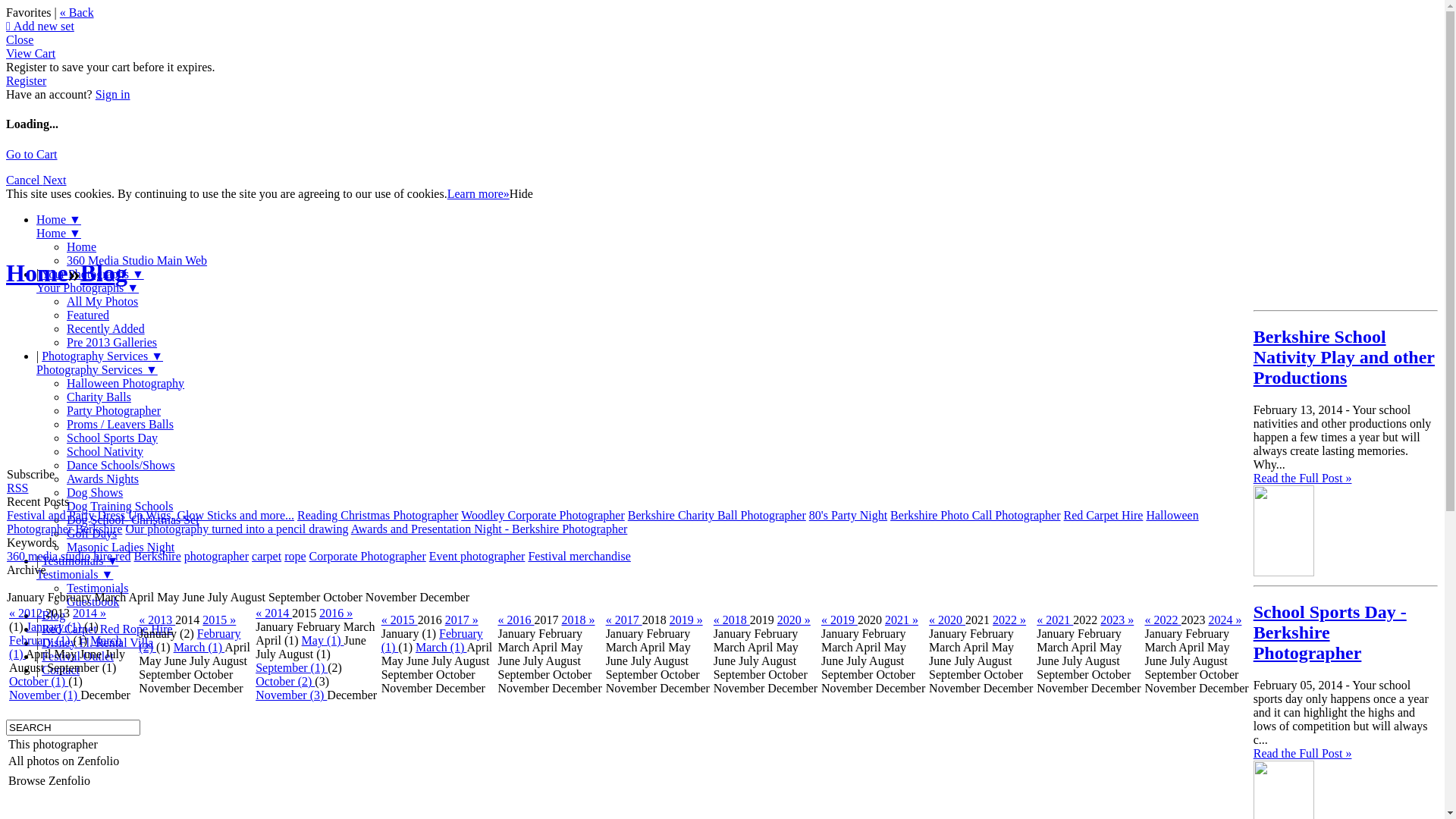 Image resolution: width=1456 pixels, height=819 pixels. What do you see at coordinates (188, 640) in the screenshot?
I see `'February (2)'` at bounding box center [188, 640].